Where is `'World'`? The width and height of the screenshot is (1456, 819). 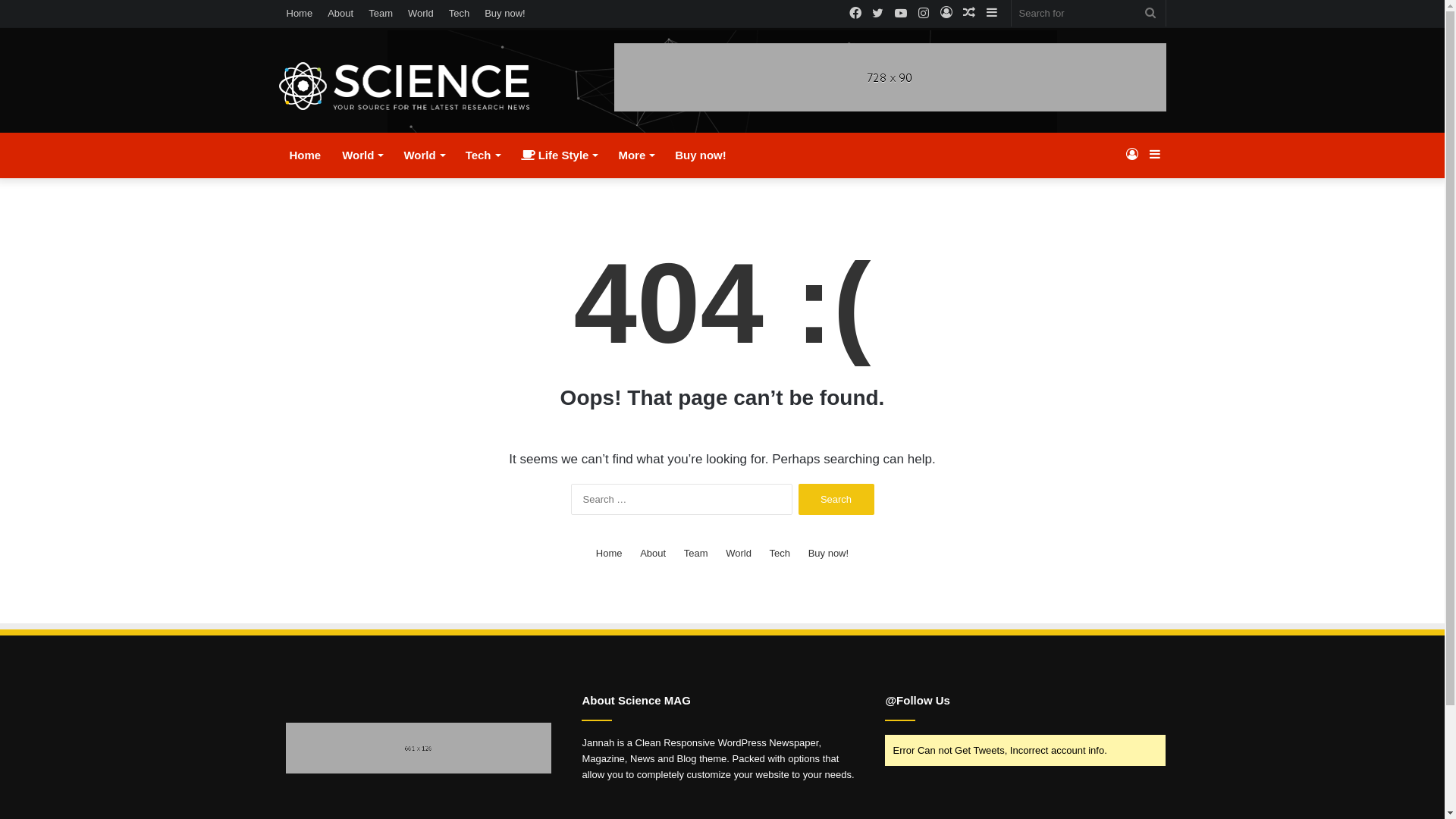 'World' is located at coordinates (739, 553).